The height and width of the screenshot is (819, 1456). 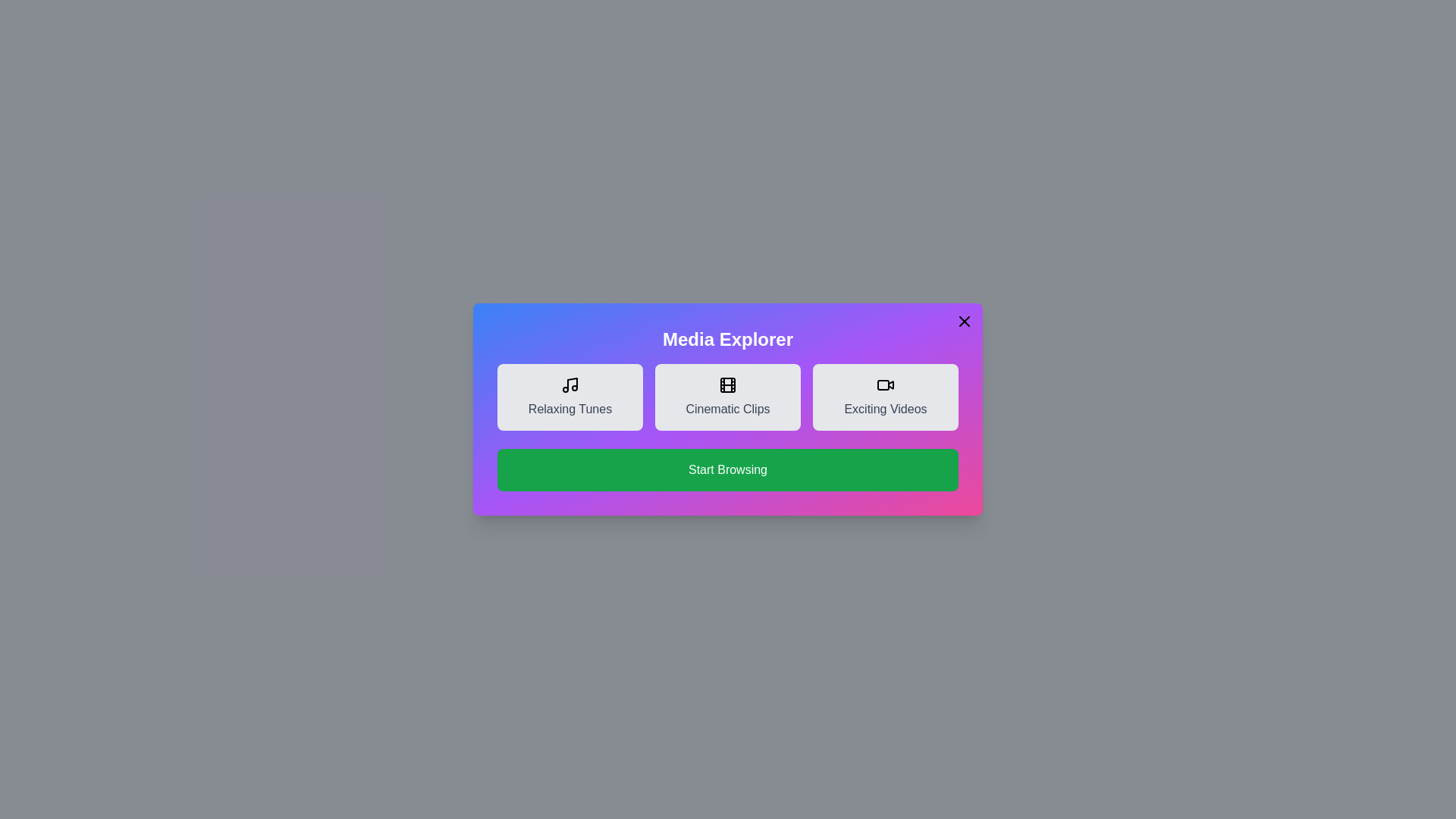 I want to click on the media item Exciting Videos, so click(x=885, y=397).